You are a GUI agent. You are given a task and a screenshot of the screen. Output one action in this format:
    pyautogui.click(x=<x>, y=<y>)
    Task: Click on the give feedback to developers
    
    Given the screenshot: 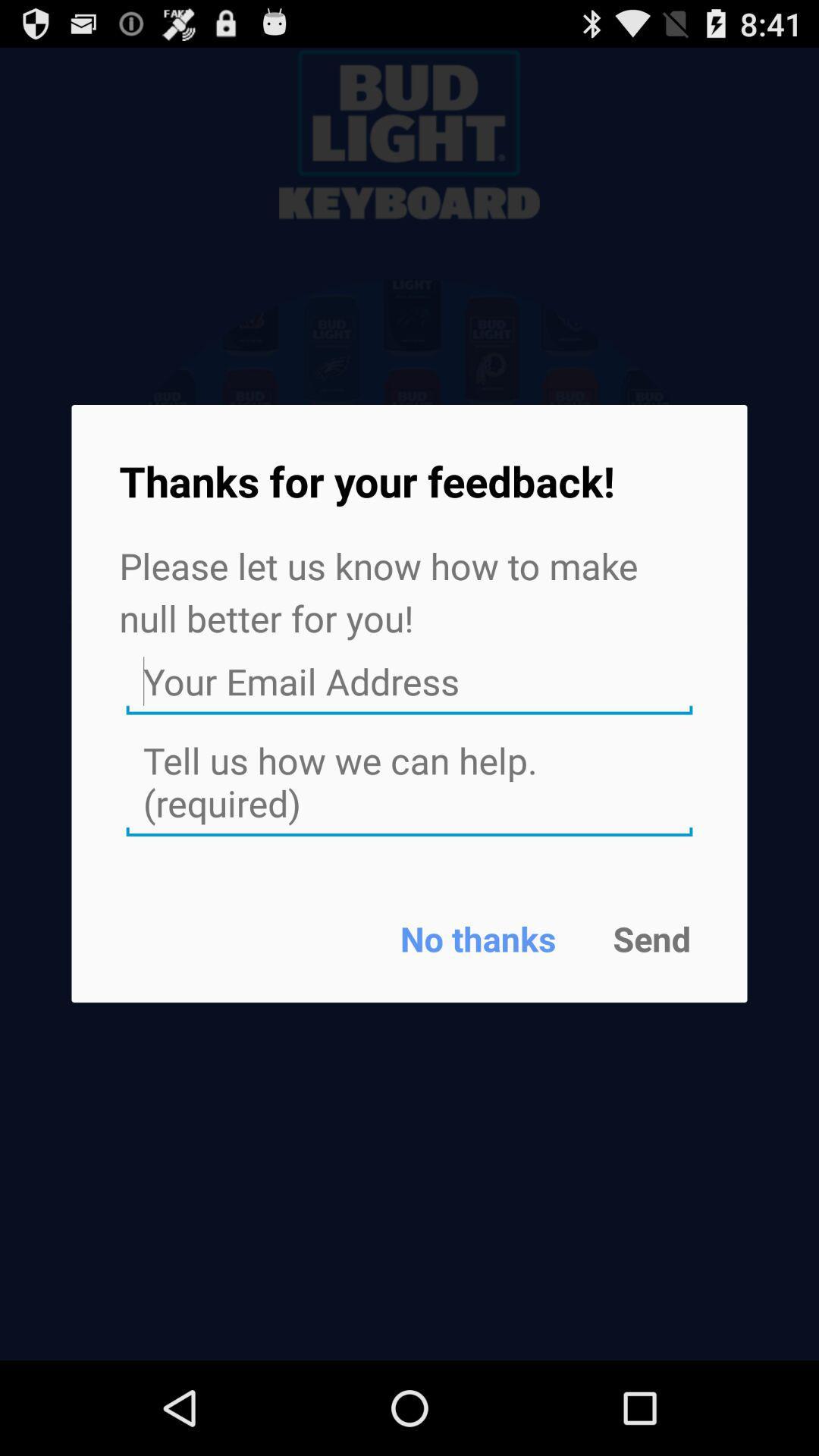 What is the action you would take?
    pyautogui.click(x=409, y=783)
    